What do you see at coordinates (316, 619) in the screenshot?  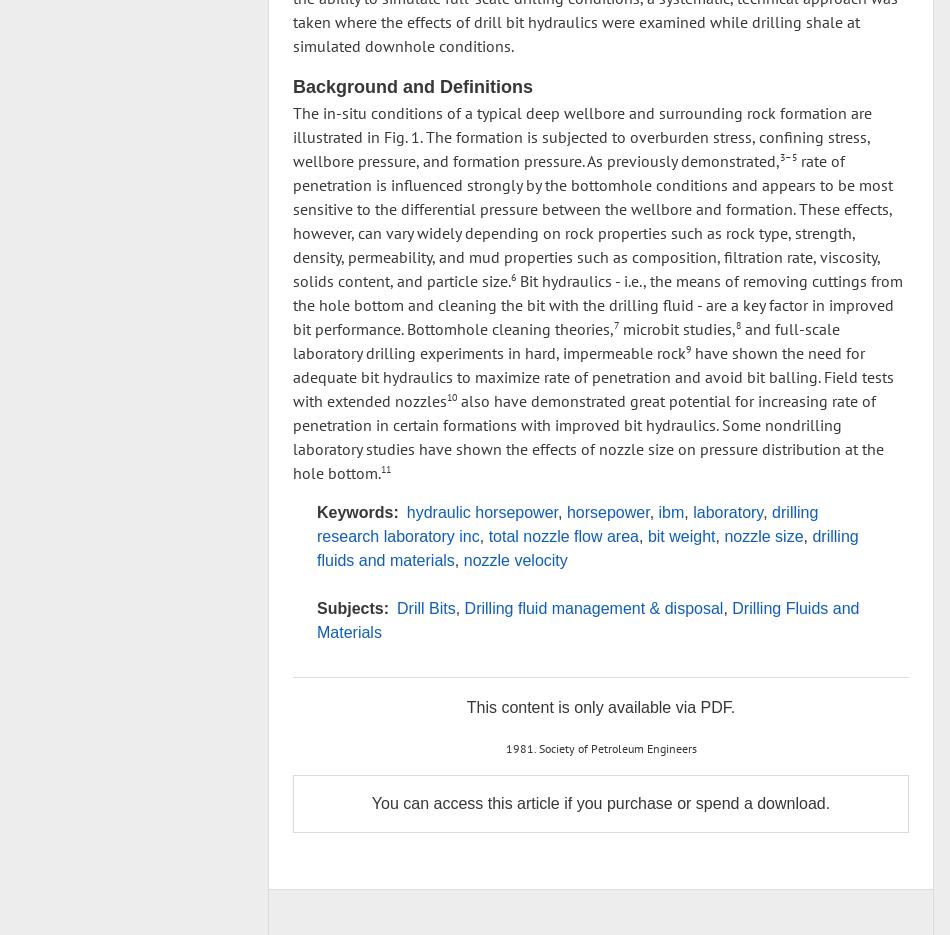 I see `'Drilling Fluids and Materials'` at bounding box center [316, 619].